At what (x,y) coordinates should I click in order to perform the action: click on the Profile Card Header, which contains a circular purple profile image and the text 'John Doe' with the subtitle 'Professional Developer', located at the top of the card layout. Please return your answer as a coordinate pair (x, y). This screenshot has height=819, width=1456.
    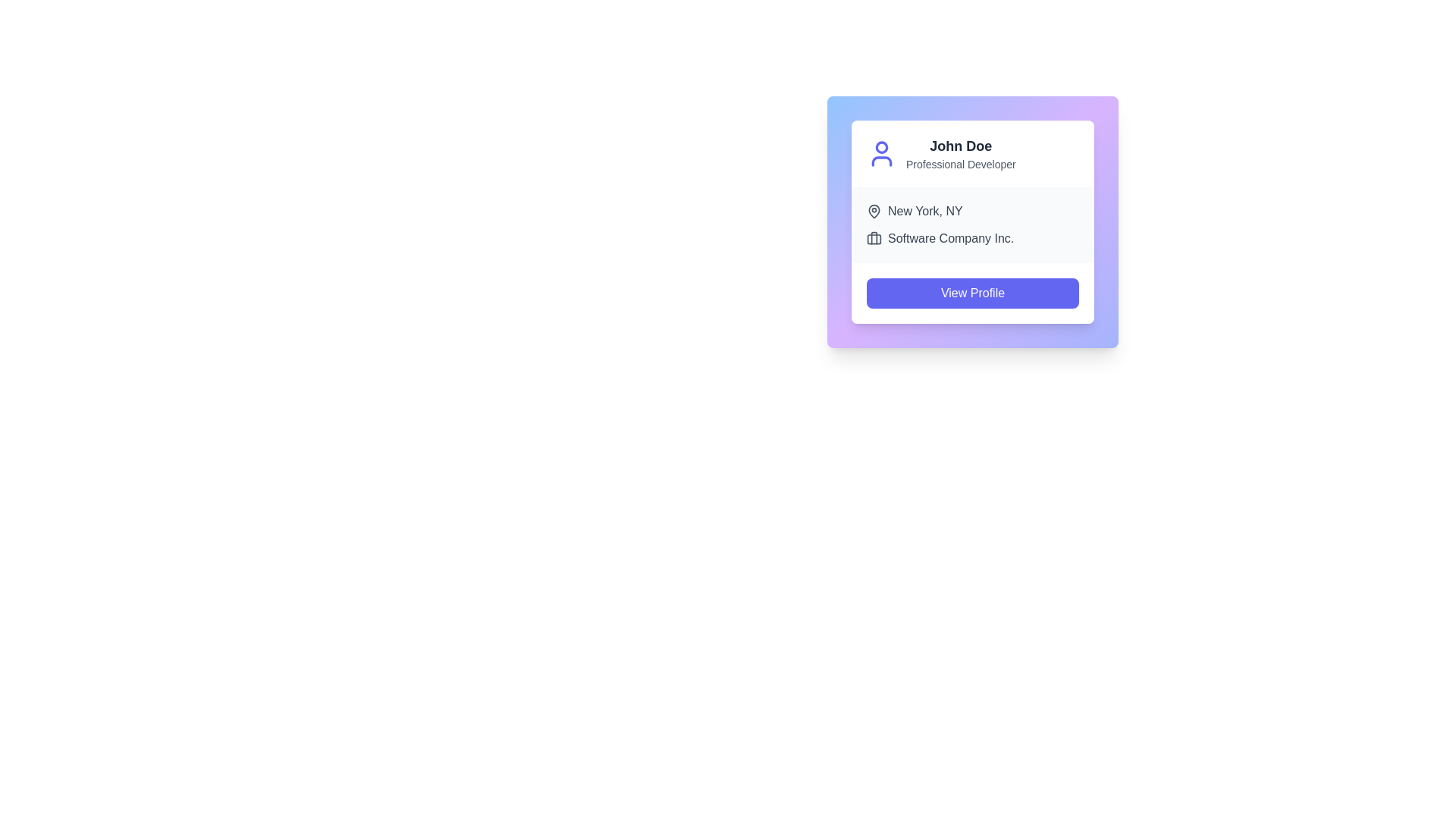
    Looking at the image, I should click on (972, 154).